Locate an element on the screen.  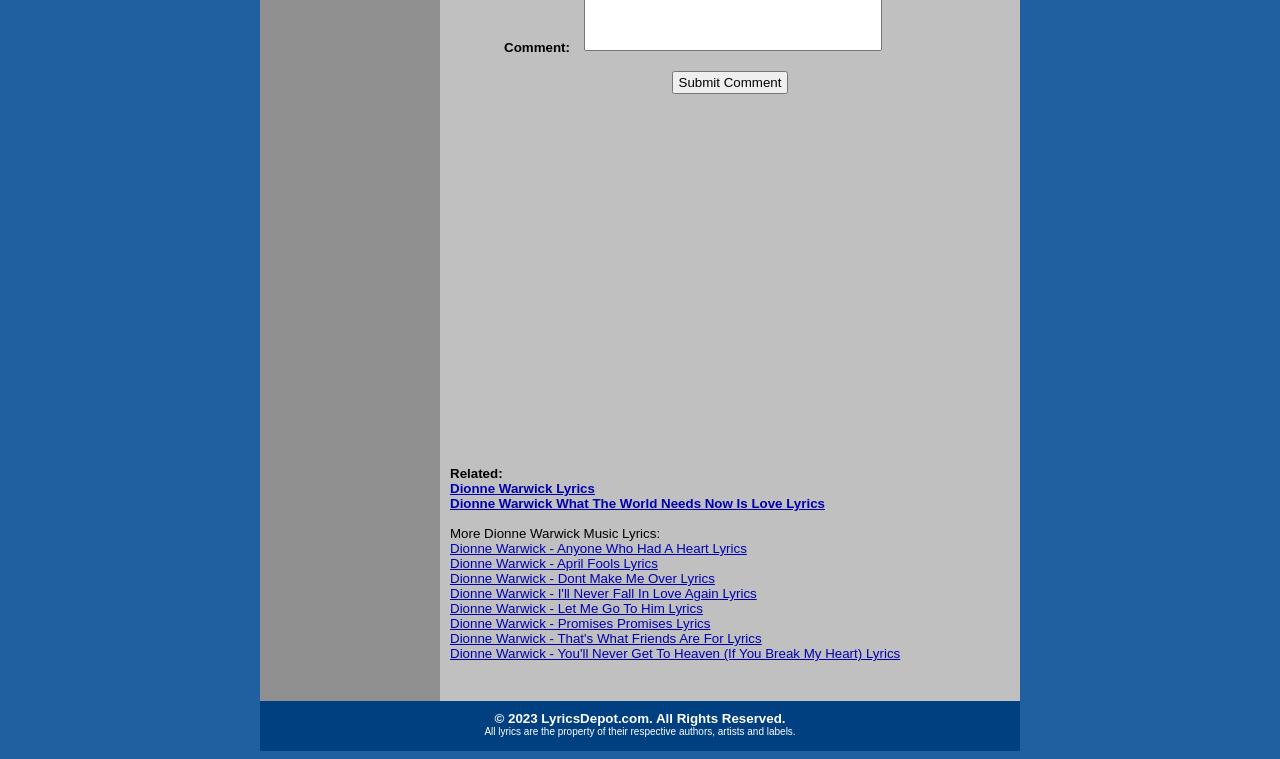
'Dionne Warwick What The World Needs Now Is Love Lyrics' is located at coordinates (449, 503).